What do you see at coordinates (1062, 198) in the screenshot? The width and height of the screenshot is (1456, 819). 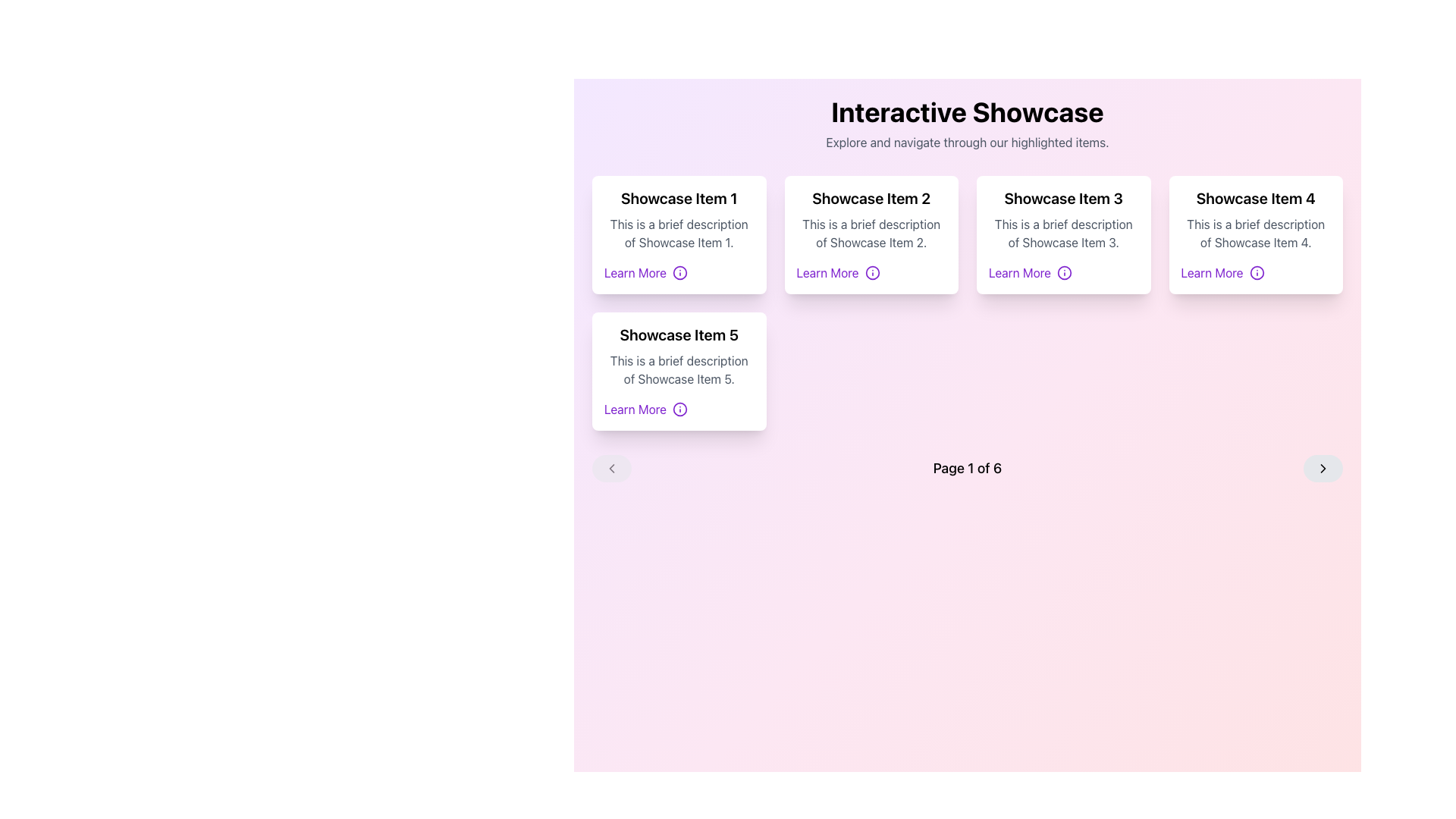 I see `the Text Label that displays the title of 'Showcase Item 3', which is positioned at the top of its card` at bounding box center [1062, 198].